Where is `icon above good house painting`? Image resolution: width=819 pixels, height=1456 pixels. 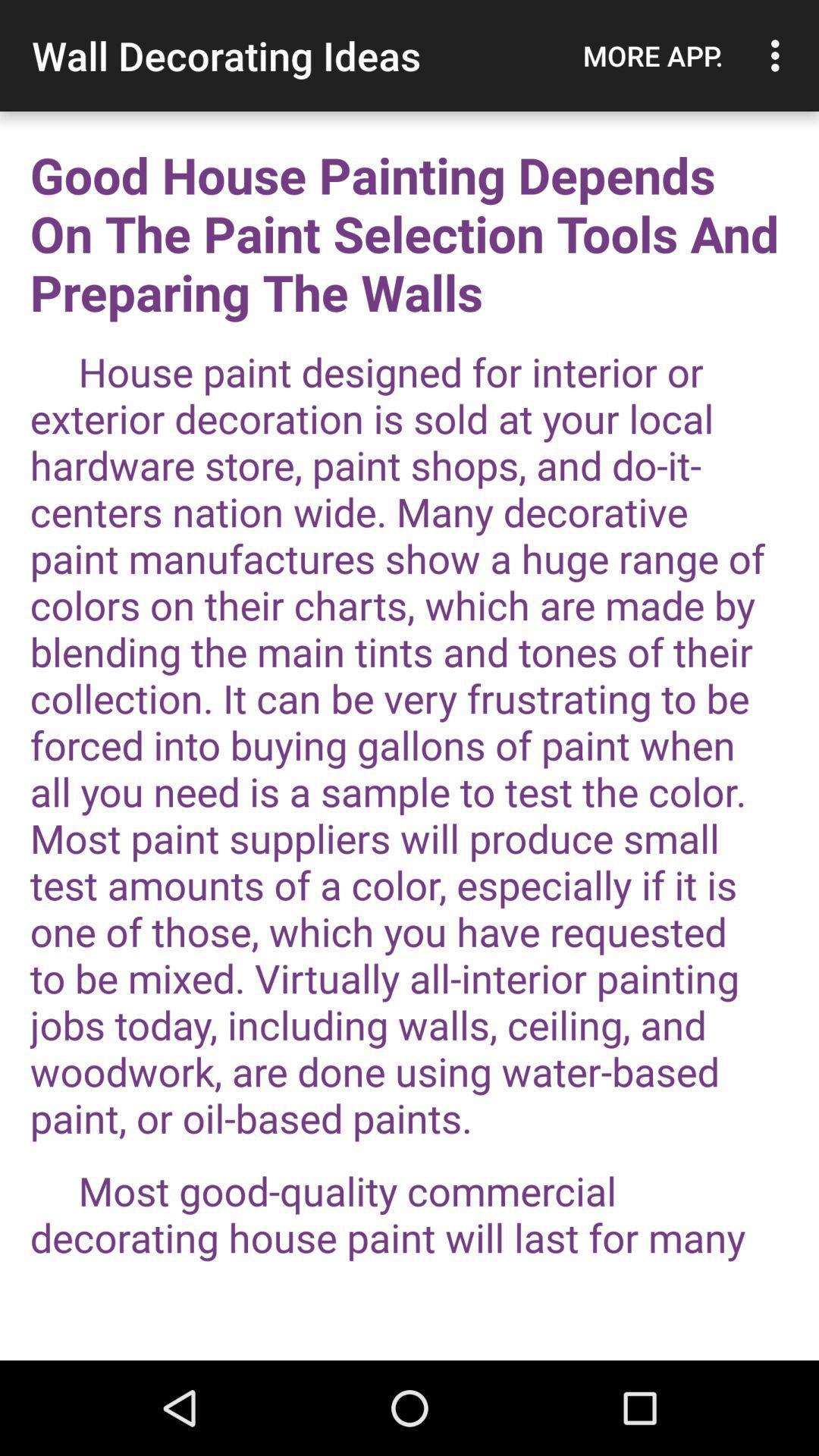
icon above good house painting is located at coordinates (779, 55).